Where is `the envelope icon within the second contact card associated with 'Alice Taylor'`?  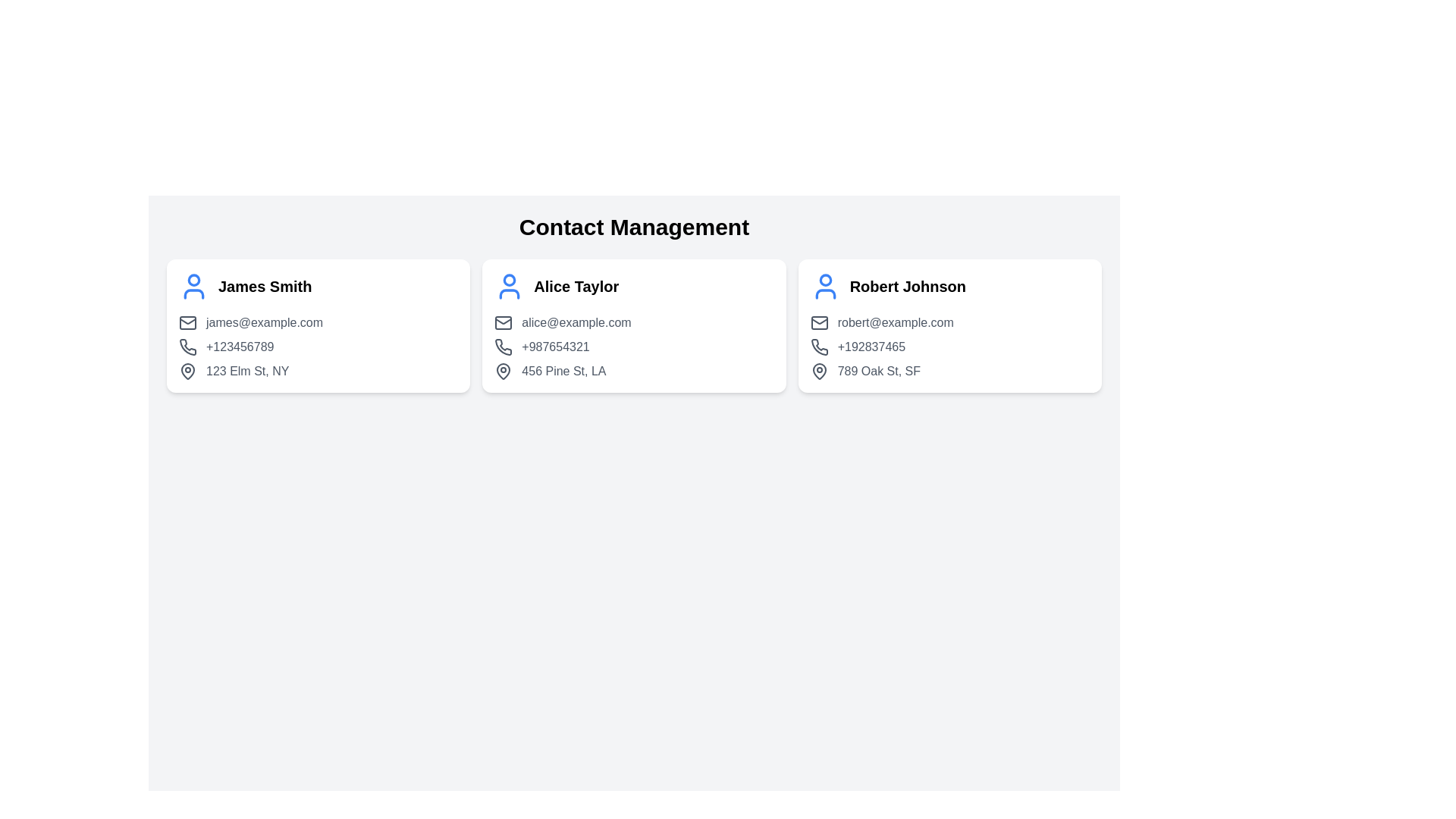 the envelope icon within the second contact card associated with 'Alice Taylor' is located at coordinates (504, 322).